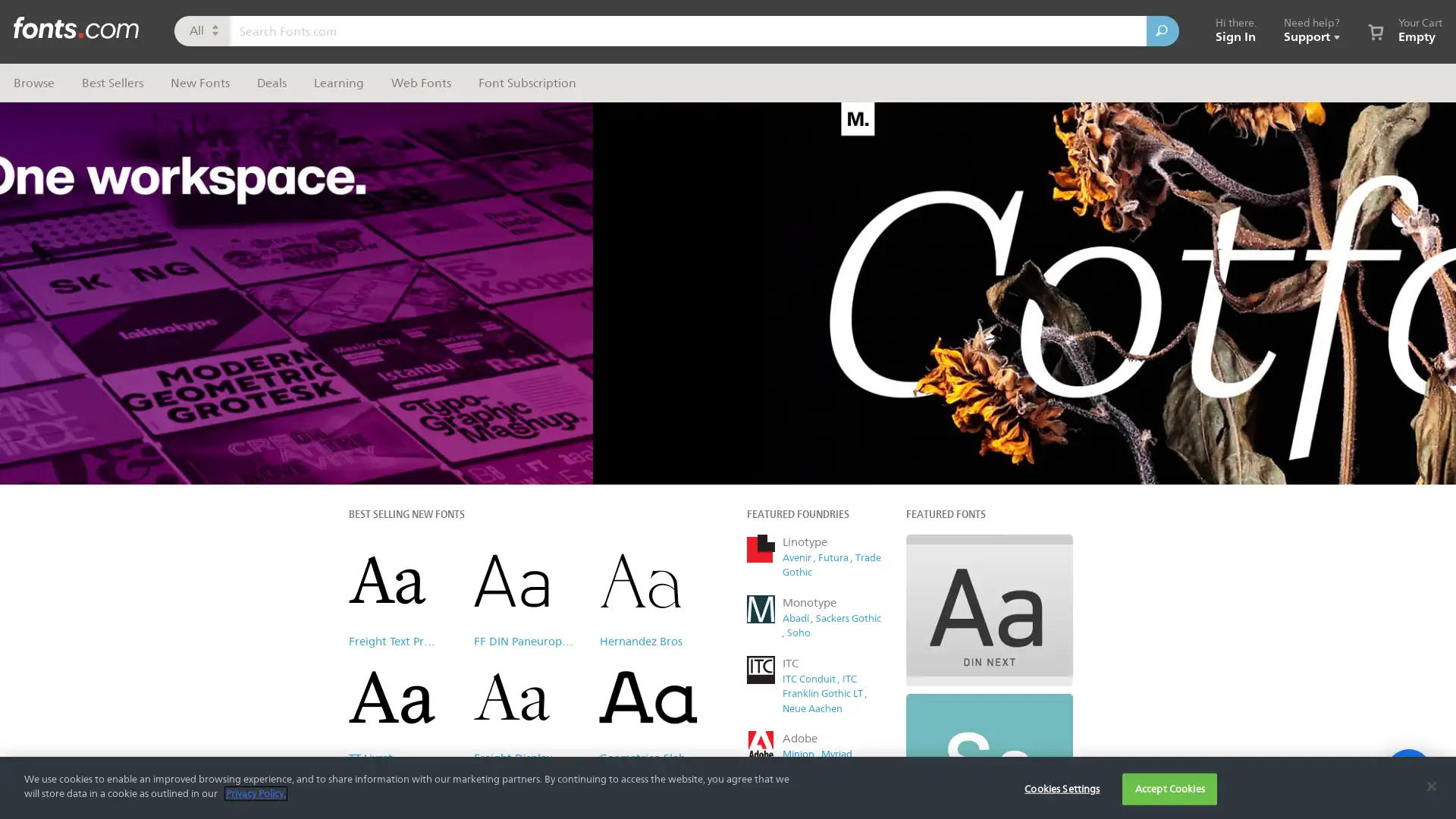 This screenshot has height=819, width=1456. Describe the element at coordinates (1430, 785) in the screenshot. I see `Close` at that location.